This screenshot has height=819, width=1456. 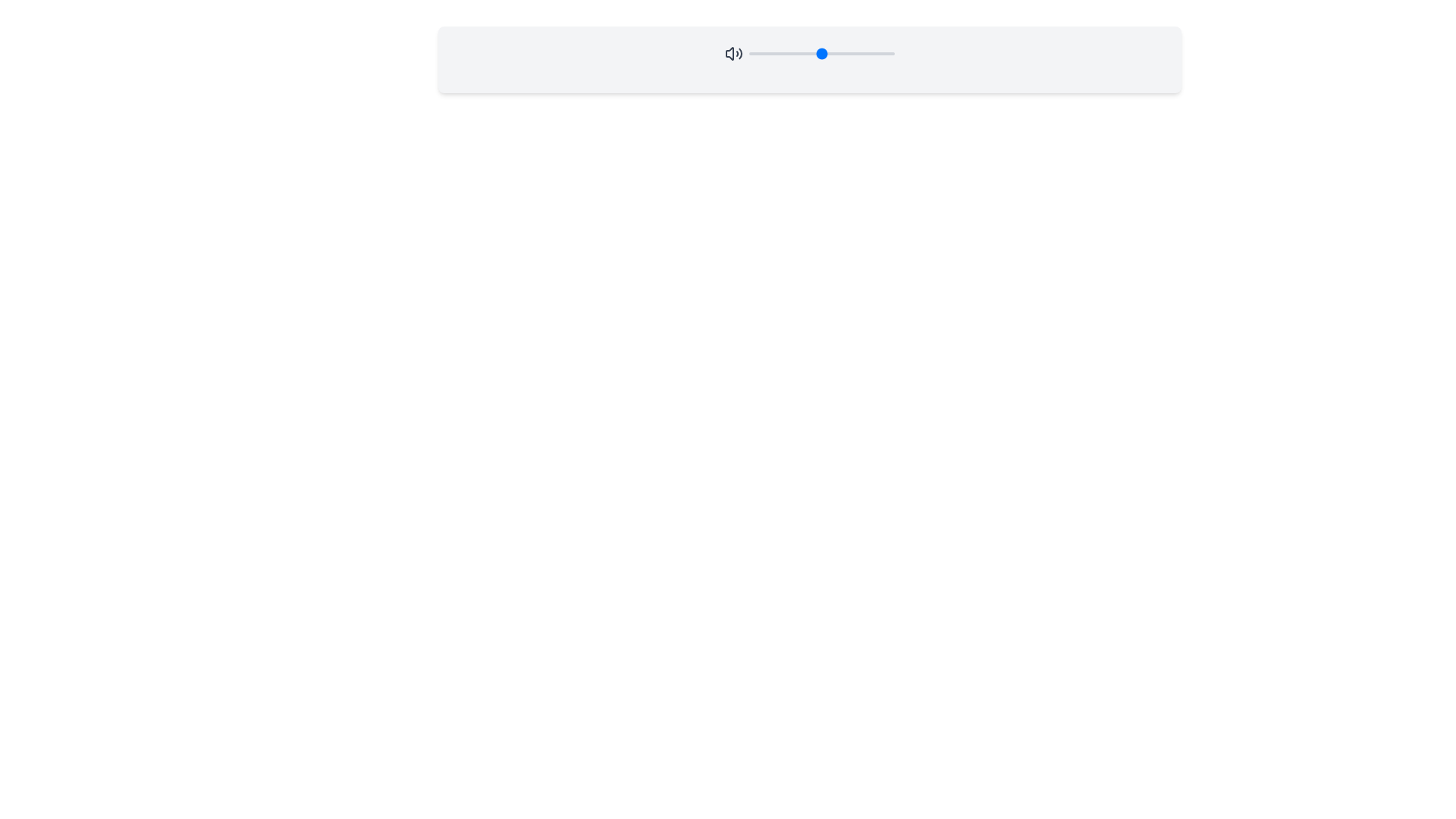 I want to click on volume level, so click(x=884, y=52).